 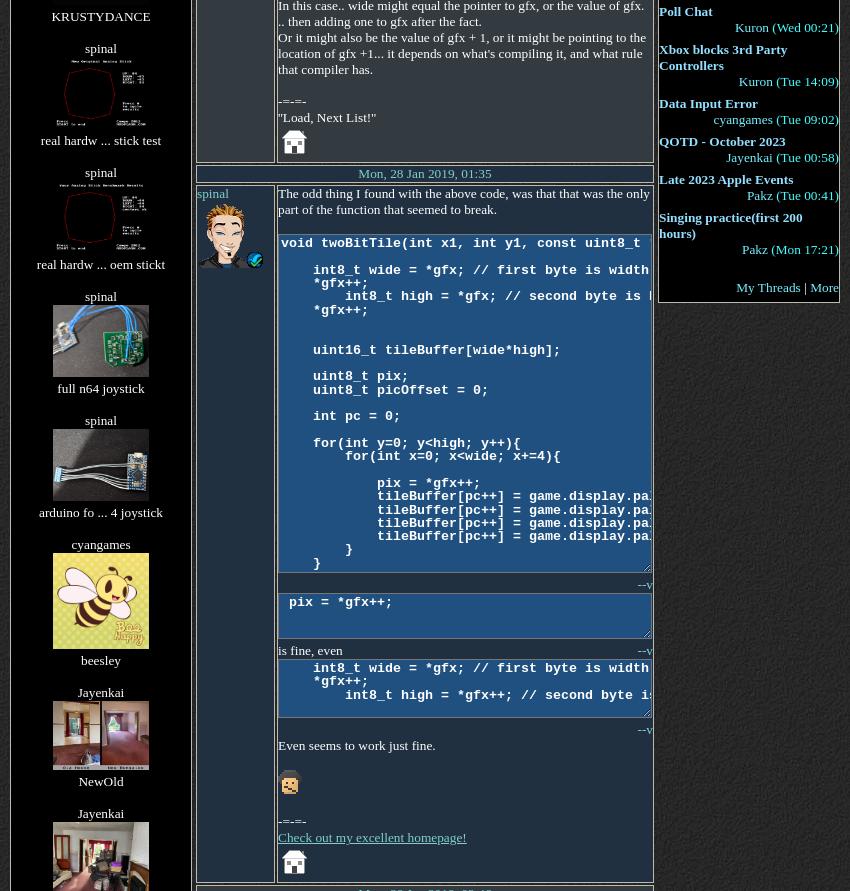 What do you see at coordinates (684, 11) in the screenshot?
I see `'Poll Chat'` at bounding box center [684, 11].